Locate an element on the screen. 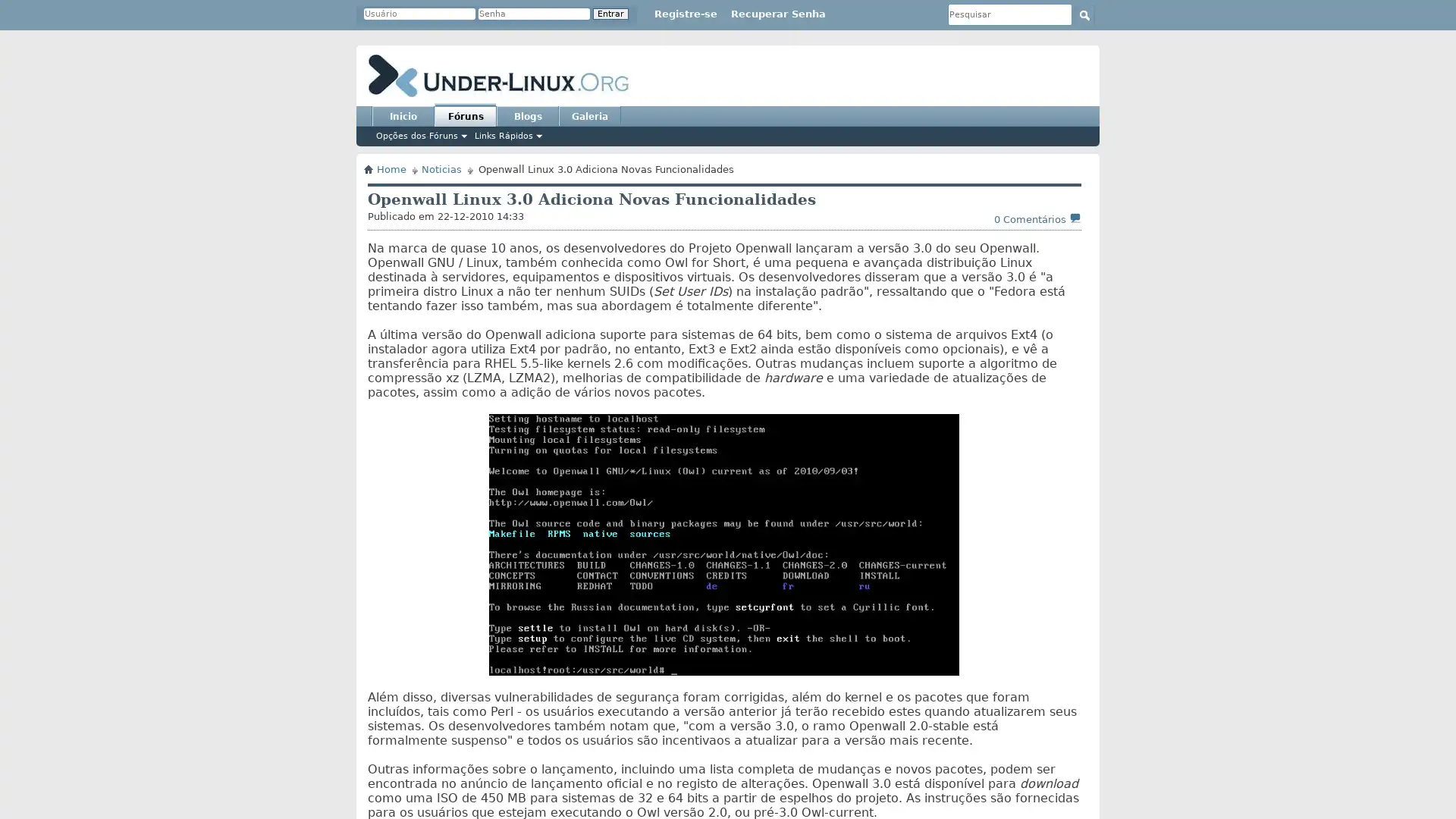 This screenshot has width=1456, height=819. Submit is located at coordinates (1084, 14).